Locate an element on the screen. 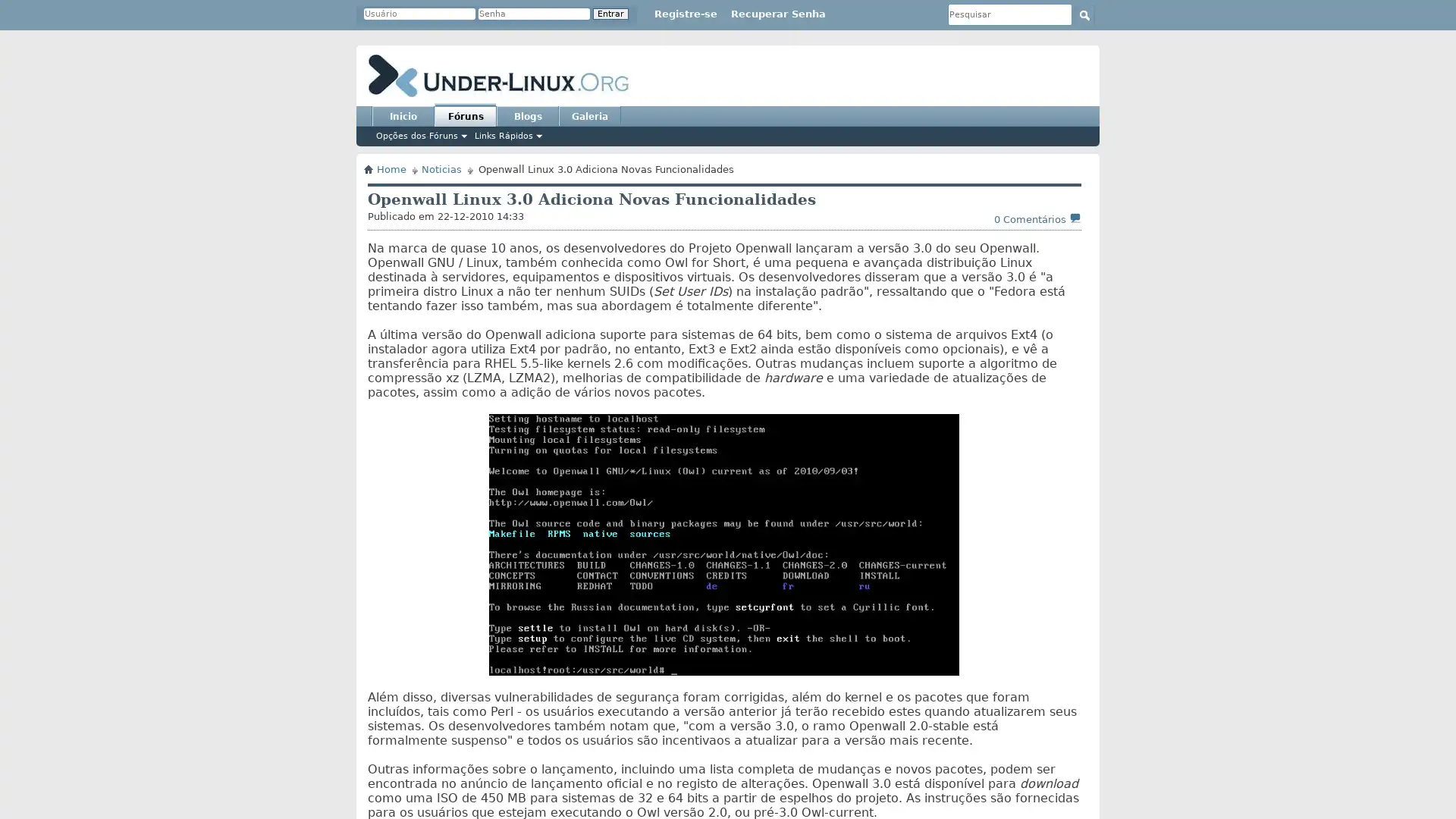 This screenshot has width=1456, height=819. Submit is located at coordinates (1084, 14).